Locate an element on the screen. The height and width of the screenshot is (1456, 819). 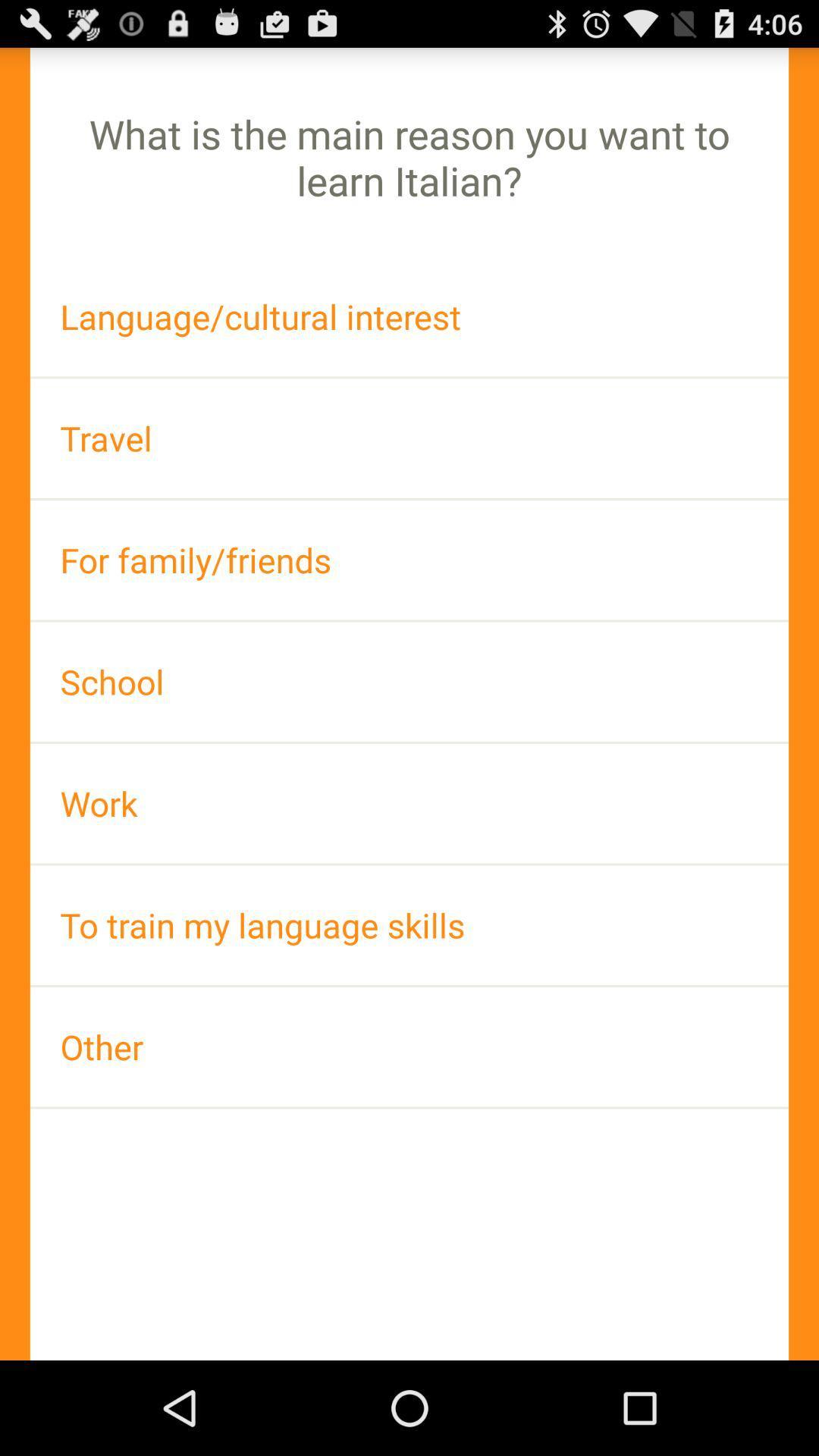
the item below travel is located at coordinates (409, 559).